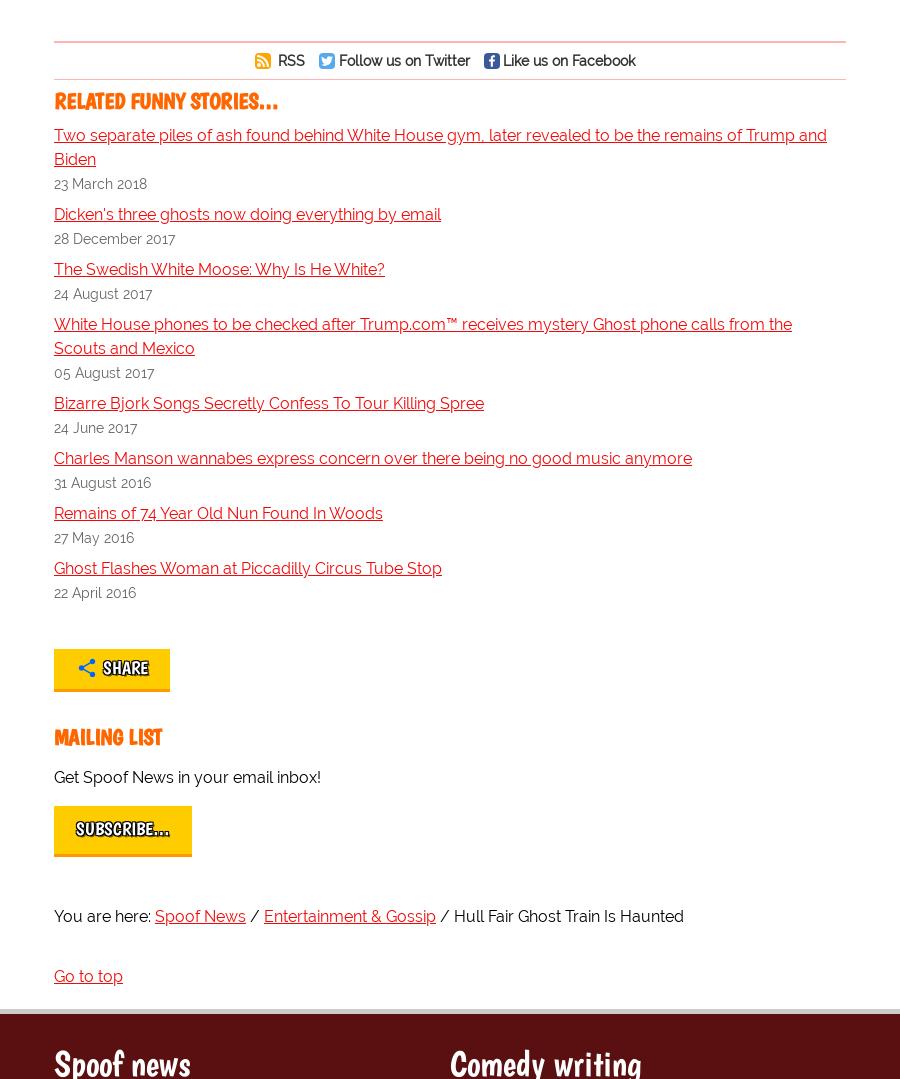 The height and width of the screenshot is (1079, 900). Describe the element at coordinates (452, 916) in the screenshot. I see `'Hull Fair Ghost Train Is Haunted'` at that location.